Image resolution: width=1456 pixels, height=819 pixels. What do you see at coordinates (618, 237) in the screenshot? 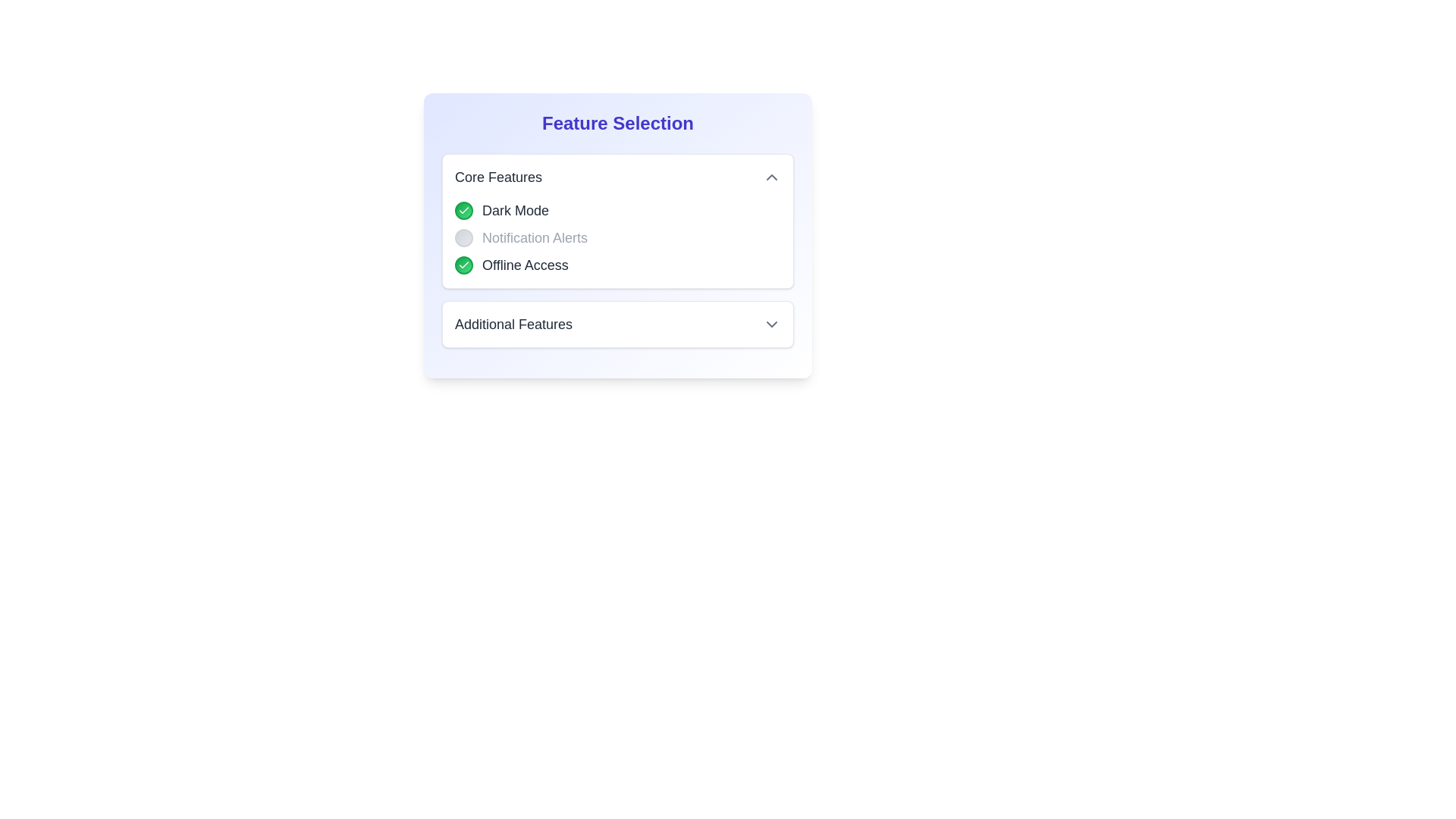
I see `the second item in the feature selection list, which is 'Notification Alerts'` at bounding box center [618, 237].